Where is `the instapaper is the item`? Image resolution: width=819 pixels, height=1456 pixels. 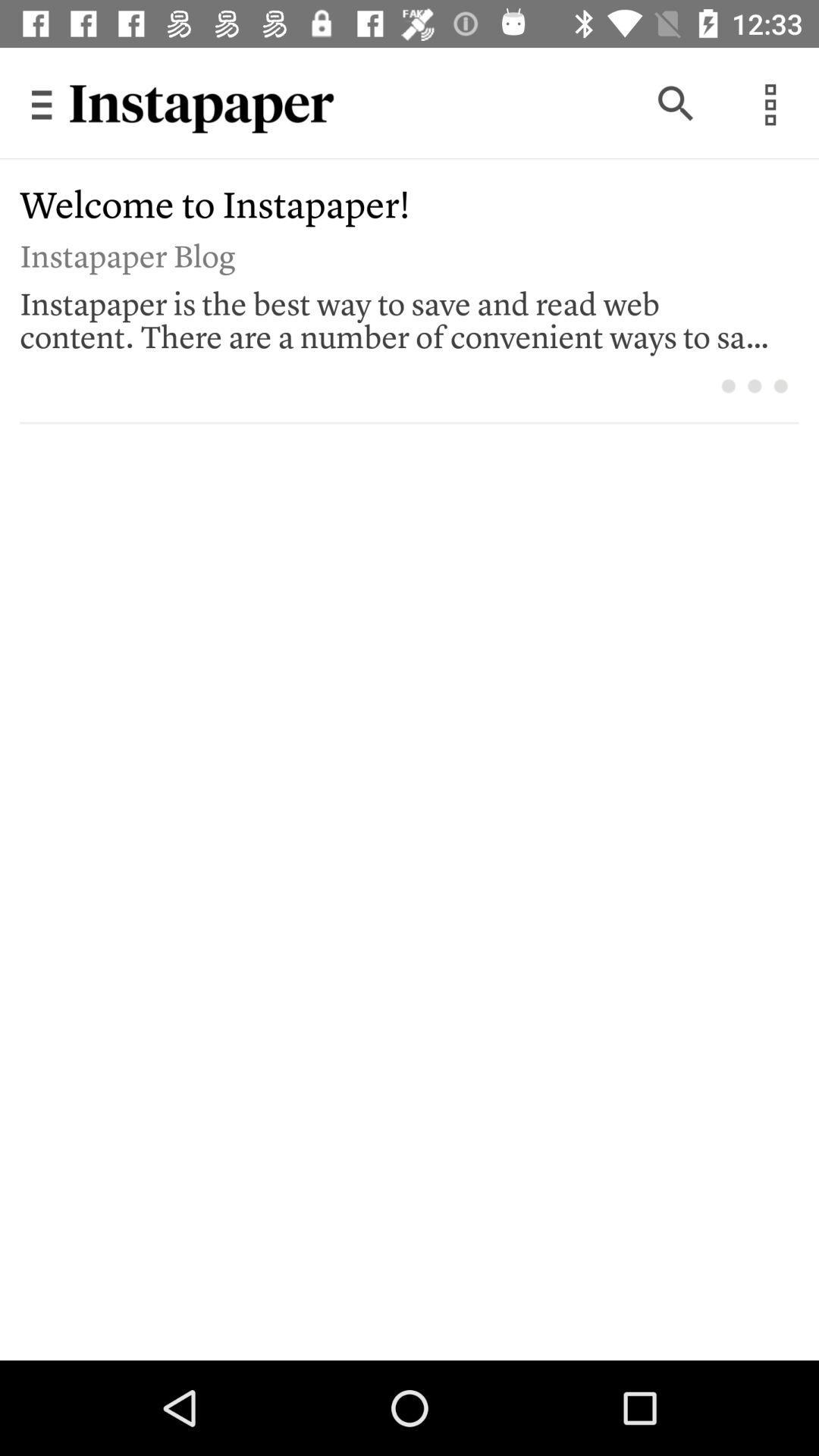
the instapaper is the item is located at coordinates (398, 315).